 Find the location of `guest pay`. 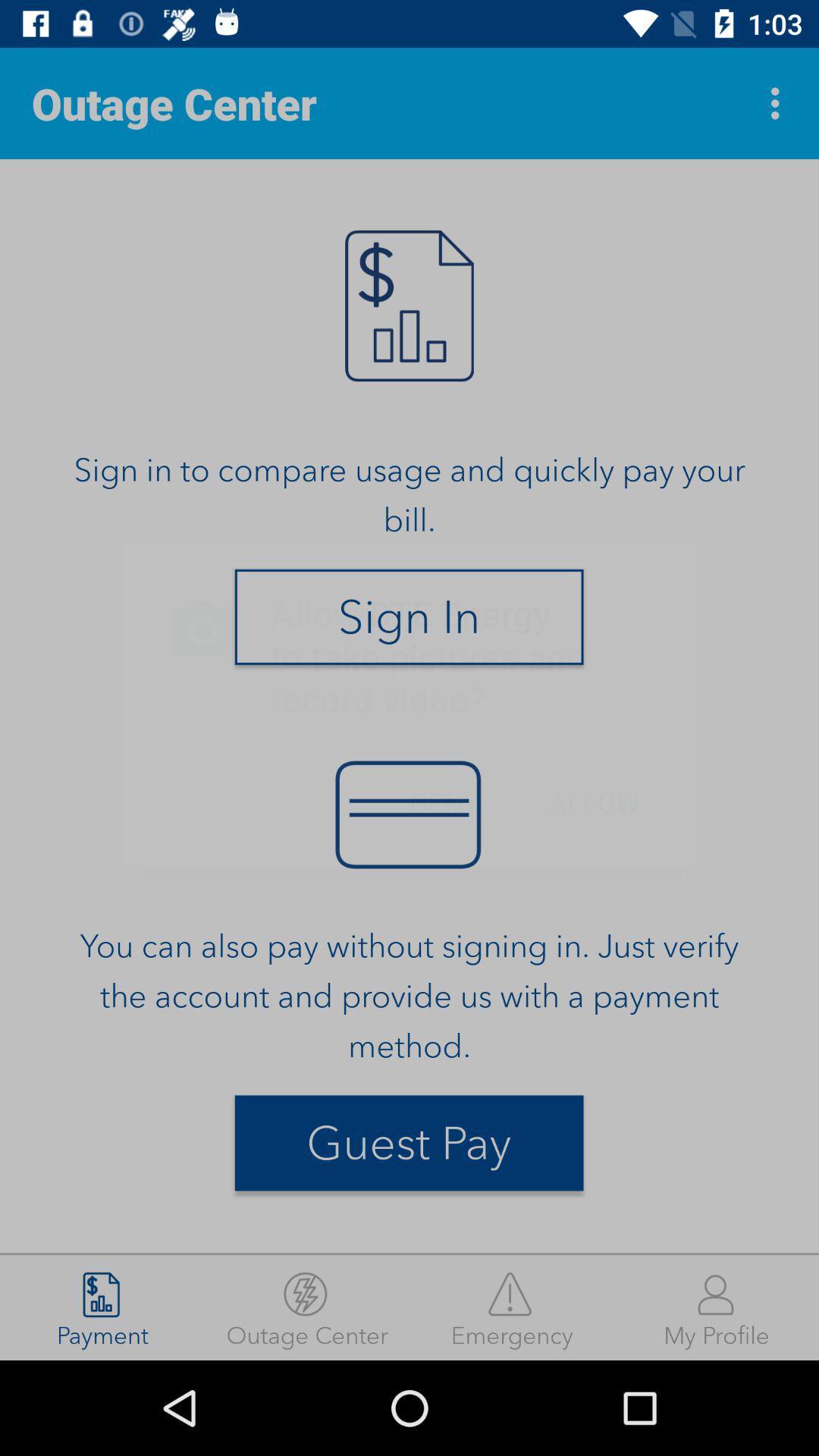

guest pay is located at coordinates (408, 1143).